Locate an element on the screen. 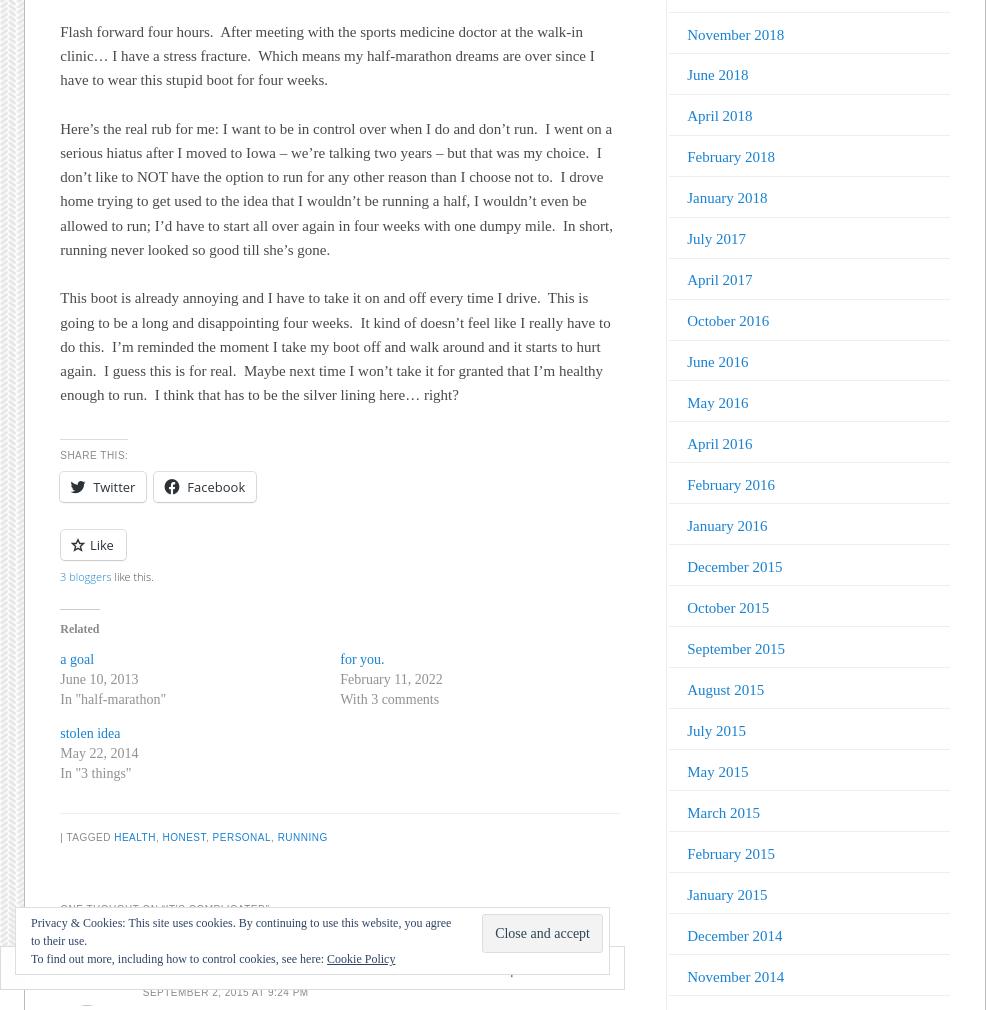  'June 2018' is located at coordinates (716, 74).